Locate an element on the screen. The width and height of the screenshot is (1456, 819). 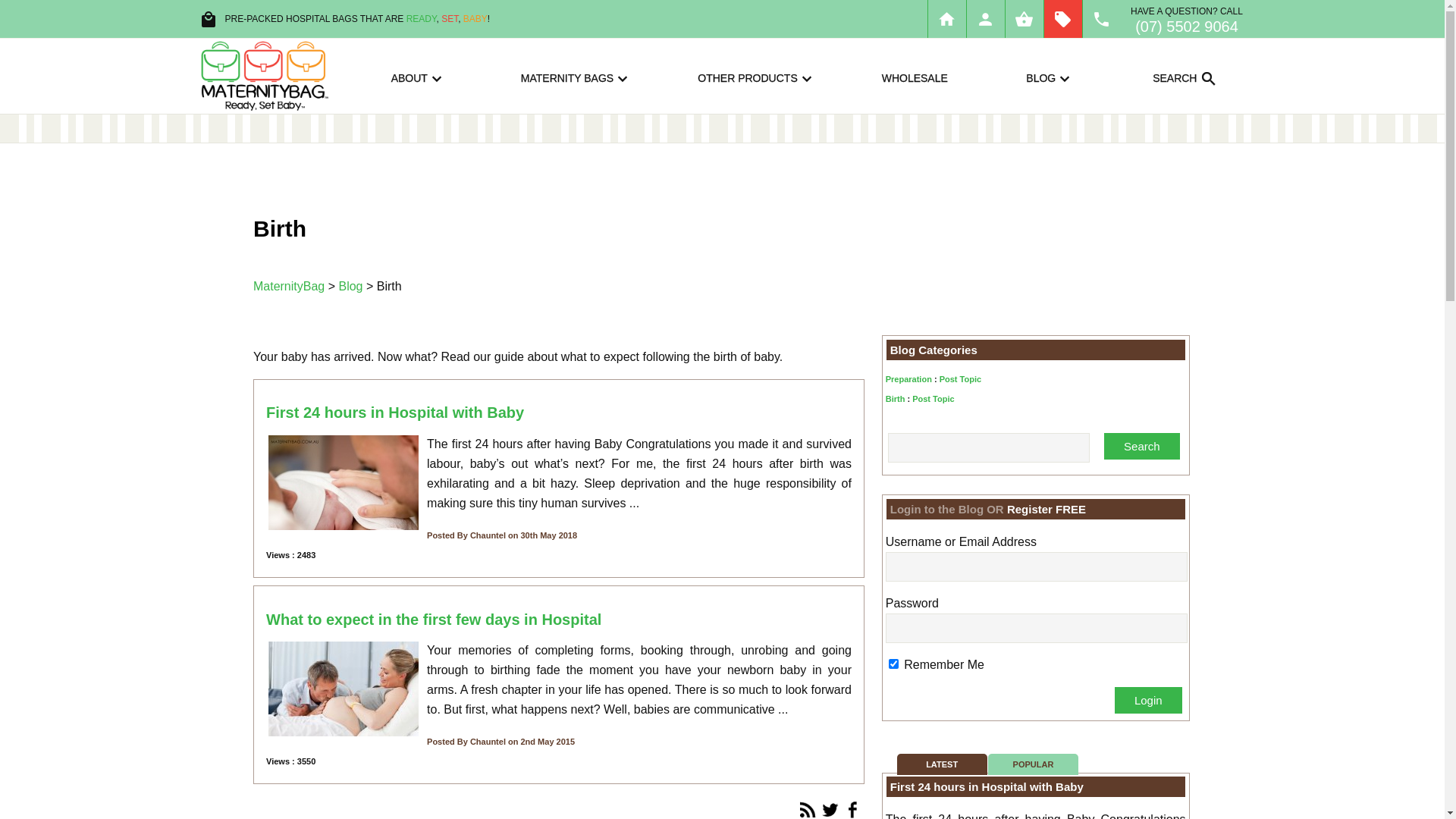
'person' is located at coordinates (985, 18).